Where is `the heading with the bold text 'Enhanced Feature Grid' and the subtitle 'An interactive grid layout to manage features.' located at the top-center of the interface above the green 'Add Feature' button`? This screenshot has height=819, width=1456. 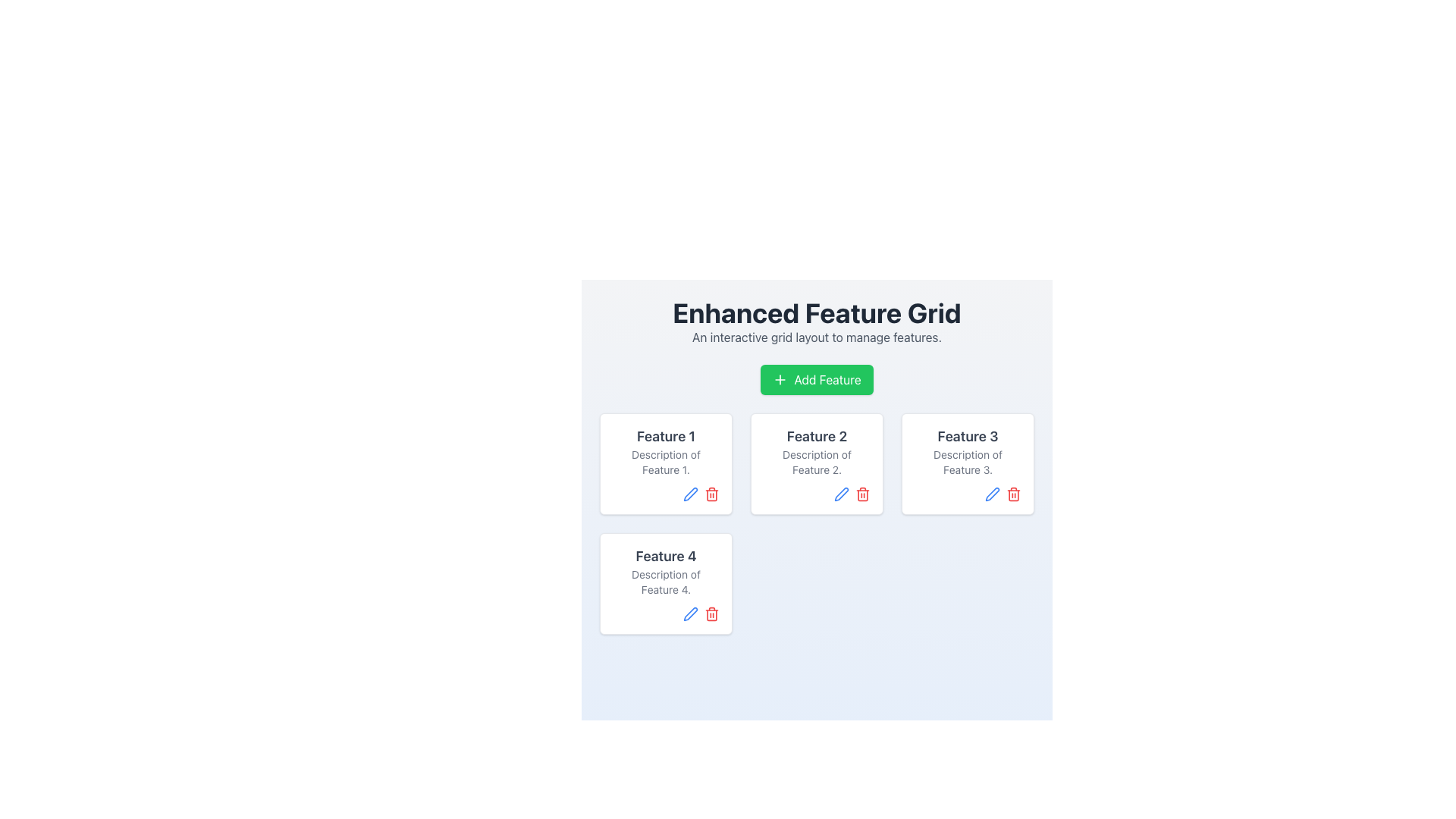
the heading with the bold text 'Enhanced Feature Grid' and the subtitle 'An interactive grid layout to manage features.' located at the top-center of the interface above the green 'Add Feature' button is located at coordinates (816, 321).